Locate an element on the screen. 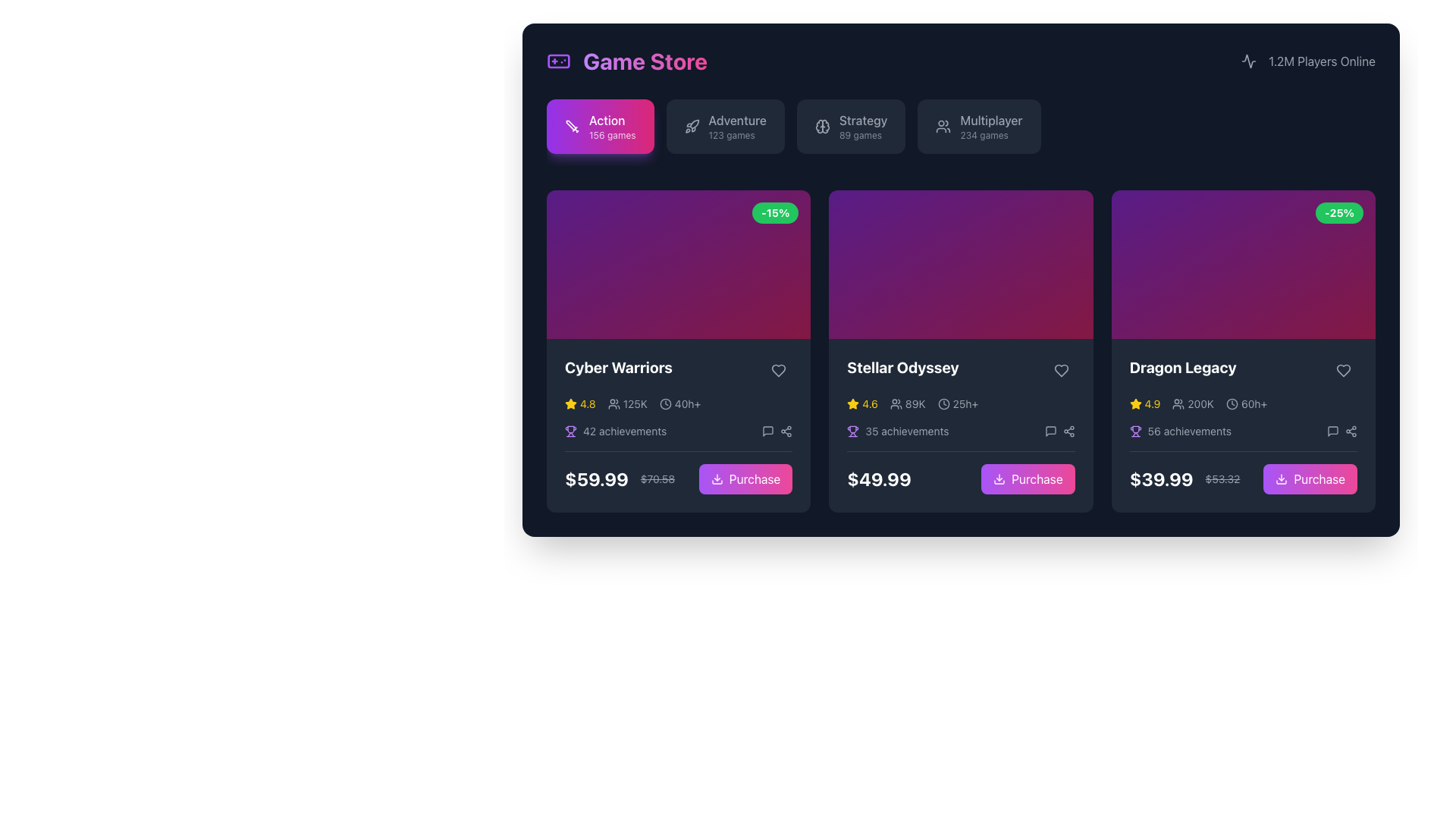  the text label displaying '56 achievements' in gray color, which is located adjacent to the purple trophy icon in the 'Dragon Legacy' game card is located at coordinates (1188, 431).